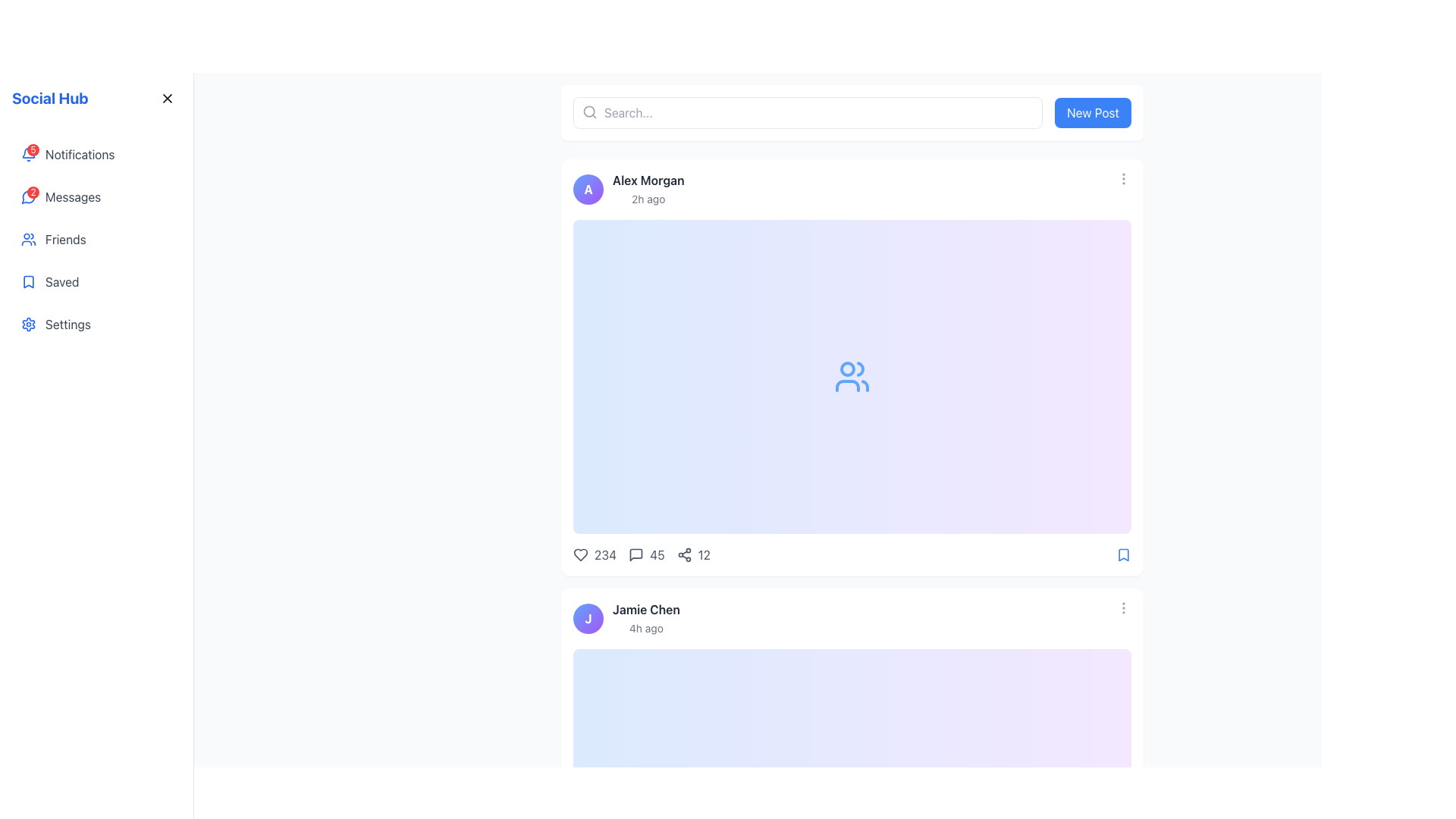 The width and height of the screenshot is (1456, 819). What do you see at coordinates (642, 555) in the screenshot?
I see `the comment counter located in the lower left of the post item, positioned between the likes icon and the share icon` at bounding box center [642, 555].